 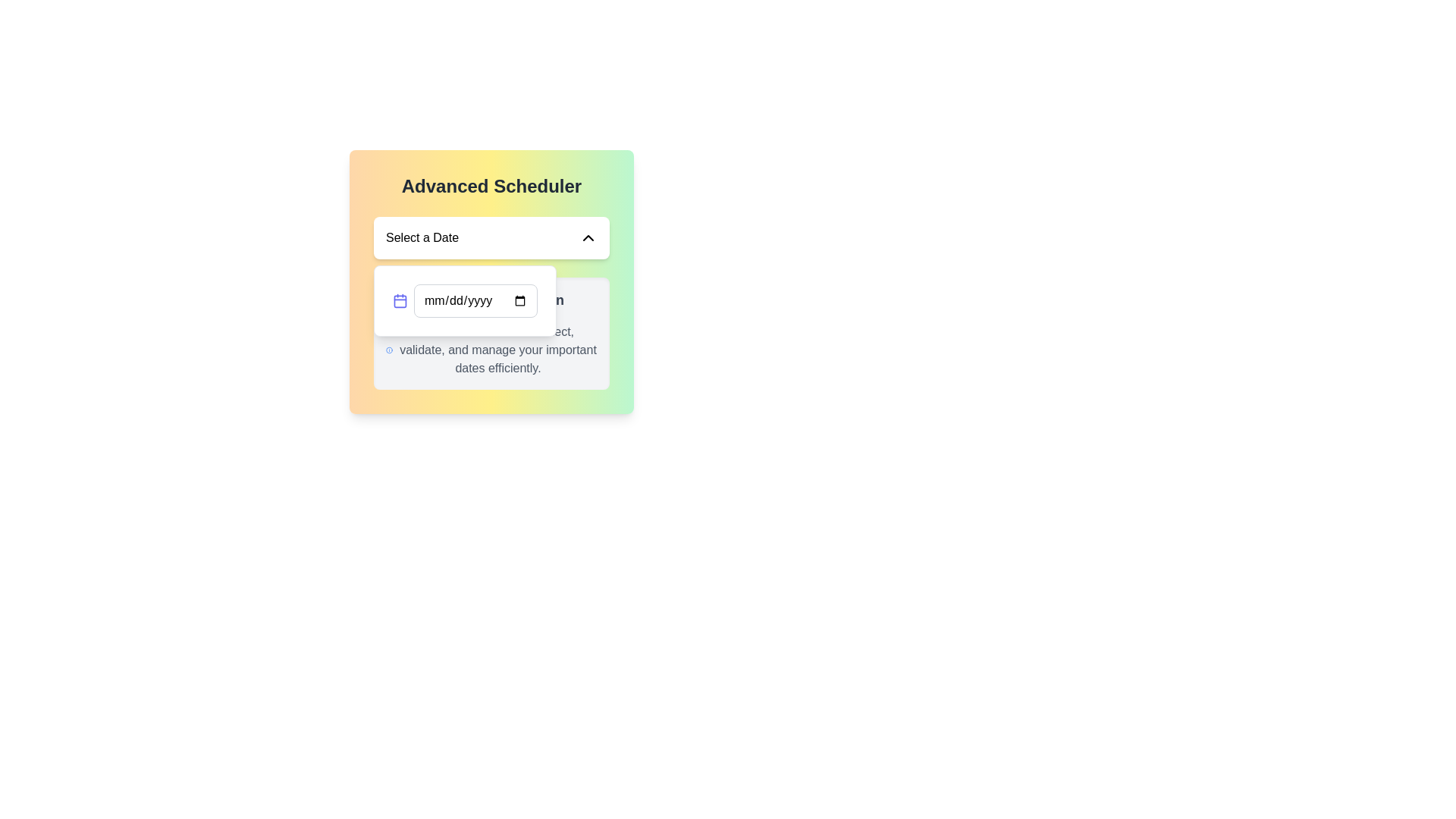 What do you see at coordinates (491, 237) in the screenshot?
I see `the dropdown selector located below the 'Advanced Scheduler' title` at bounding box center [491, 237].